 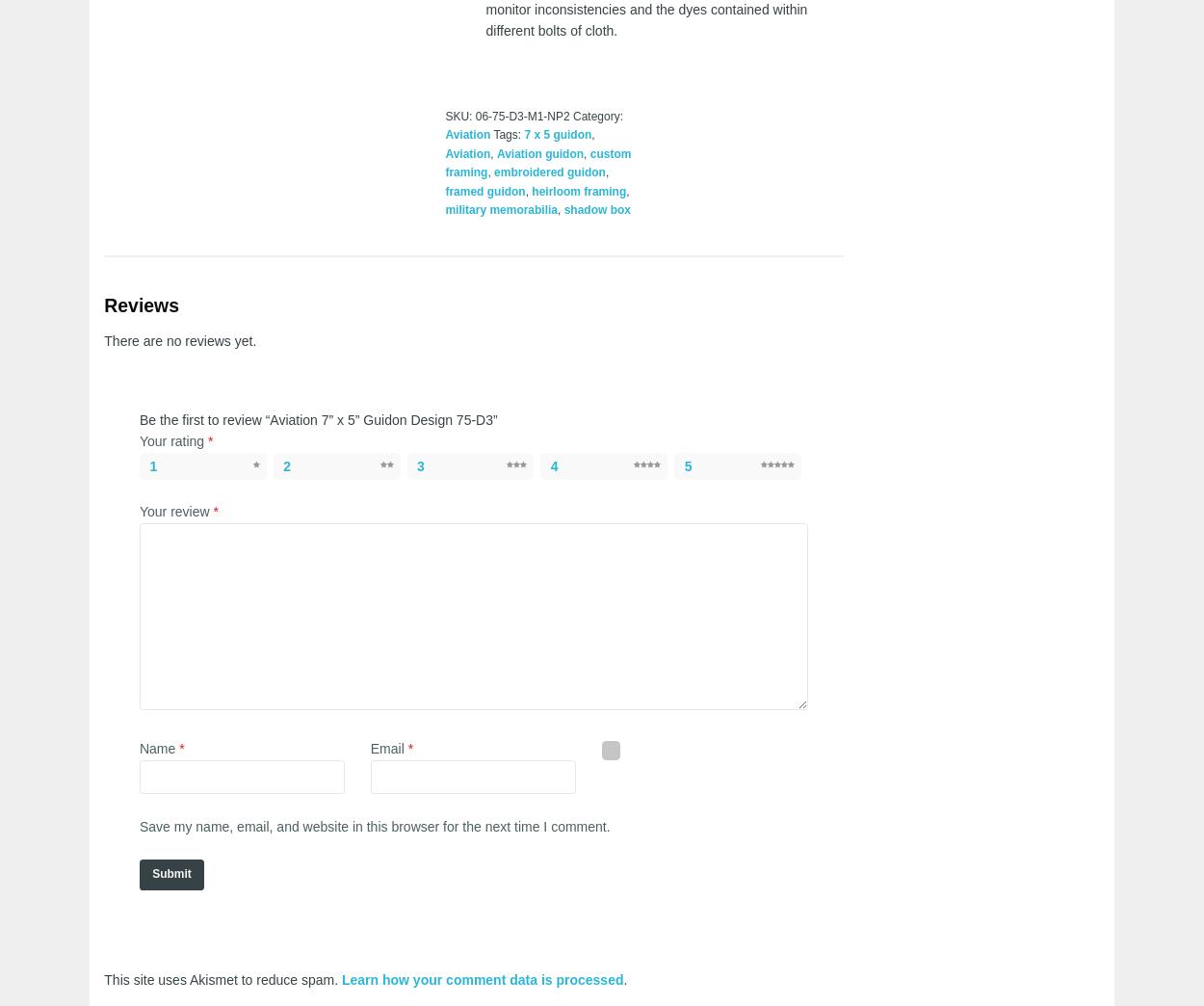 I want to click on 'There are no reviews yet.', so click(x=180, y=339).